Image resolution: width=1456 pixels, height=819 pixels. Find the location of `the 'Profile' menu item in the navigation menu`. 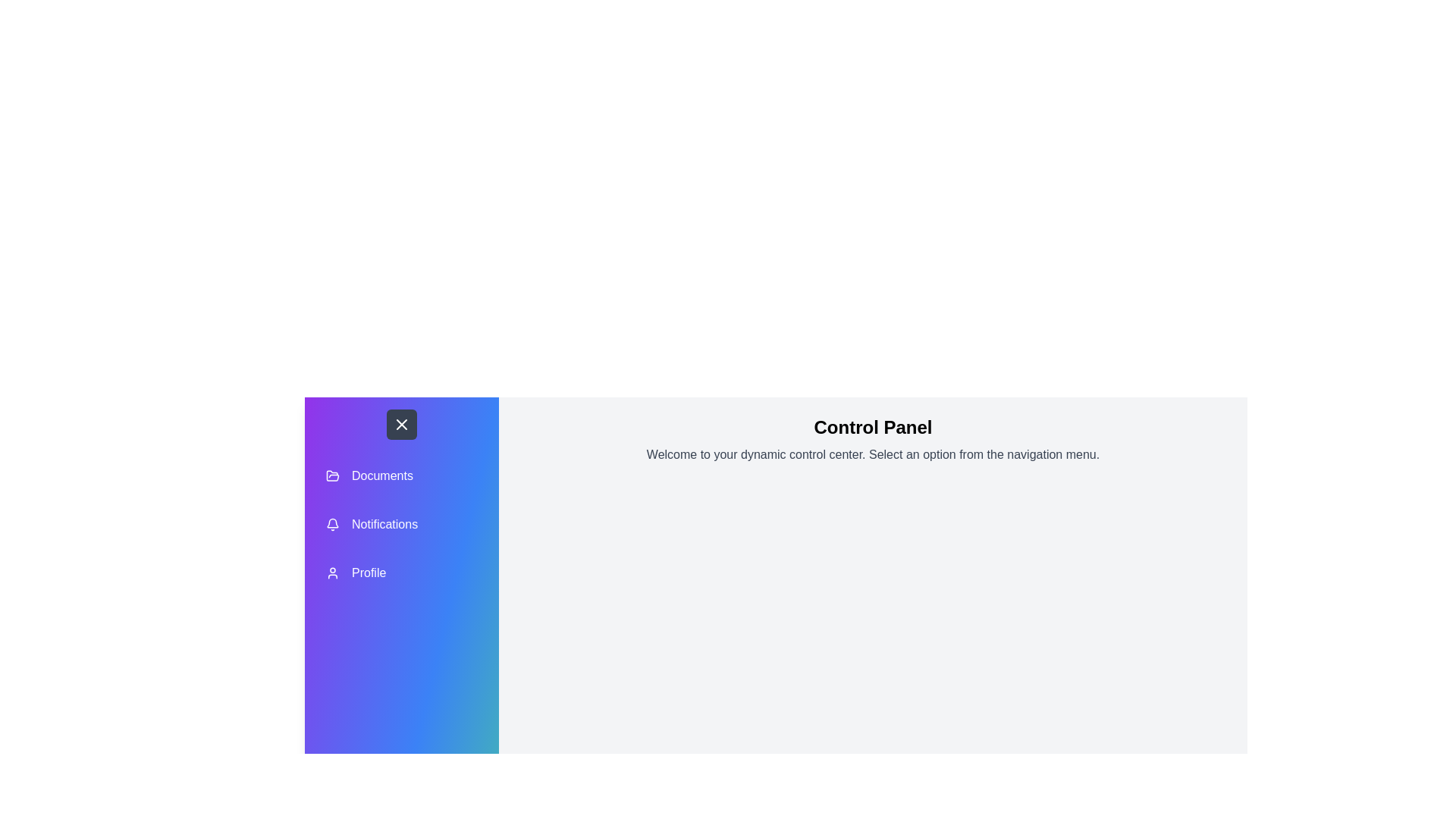

the 'Profile' menu item in the navigation menu is located at coordinates (401, 573).